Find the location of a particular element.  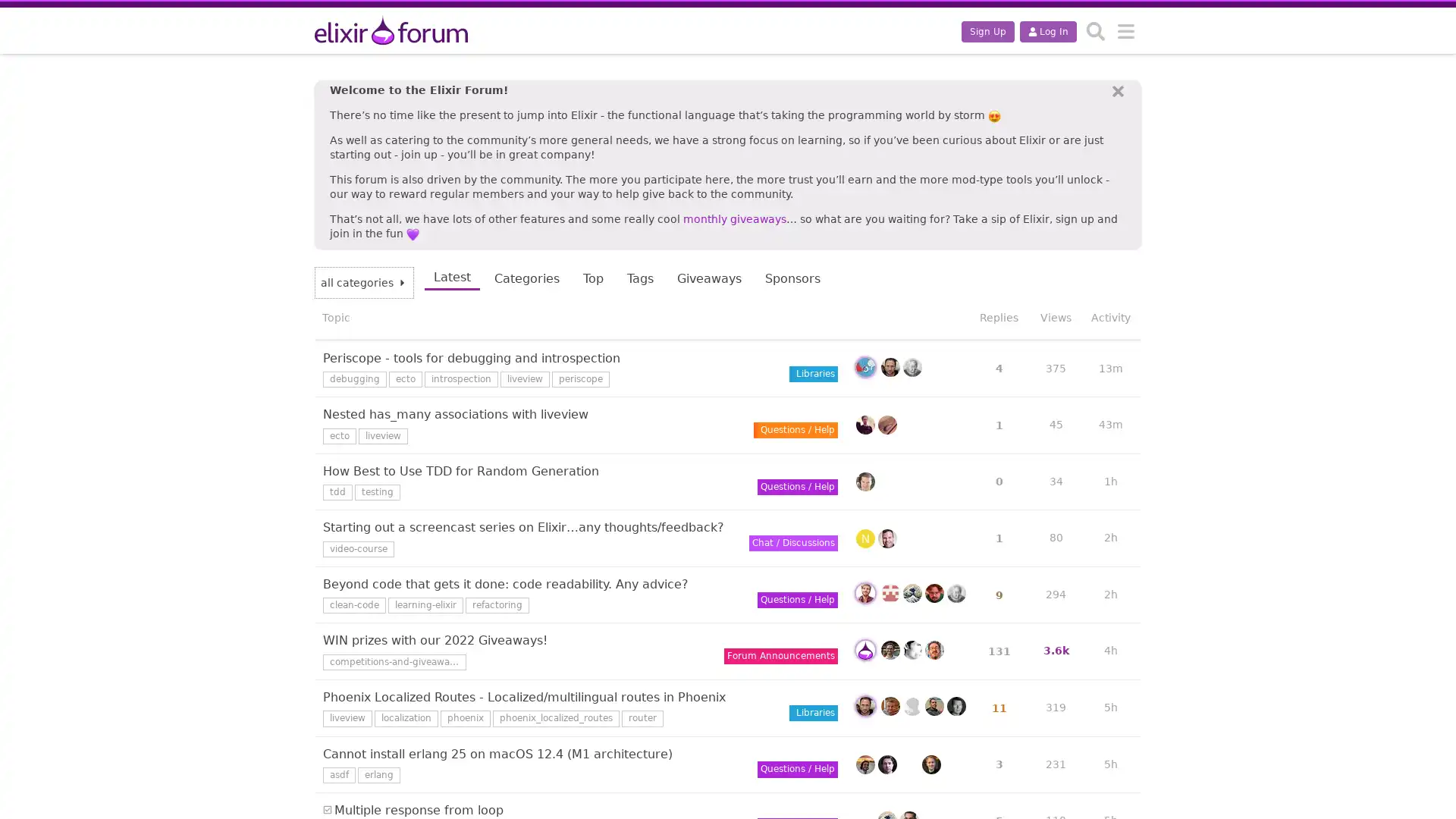

This topic has 0 replies is located at coordinates (721, 225).